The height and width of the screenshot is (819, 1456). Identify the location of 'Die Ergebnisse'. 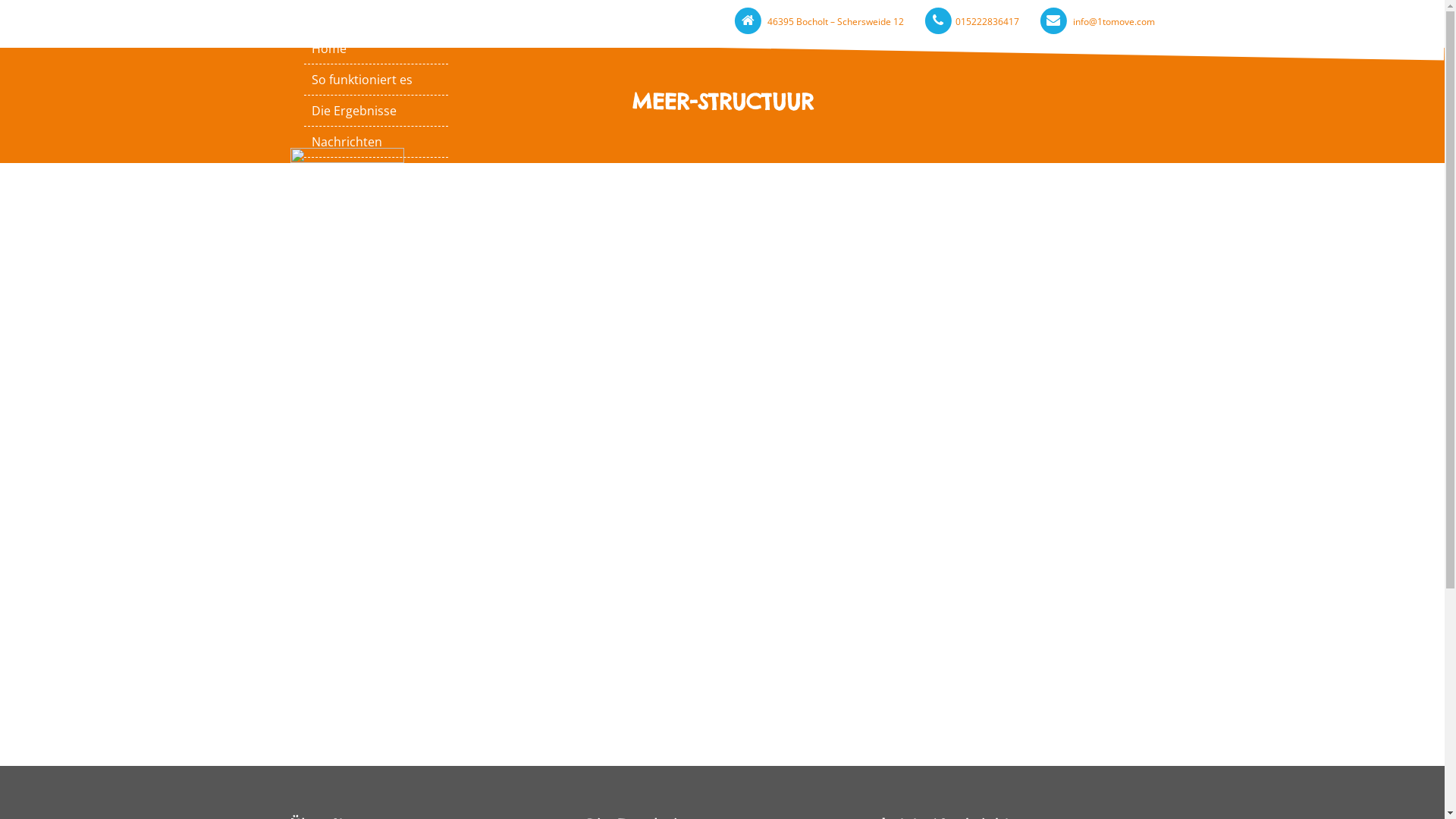
(375, 110).